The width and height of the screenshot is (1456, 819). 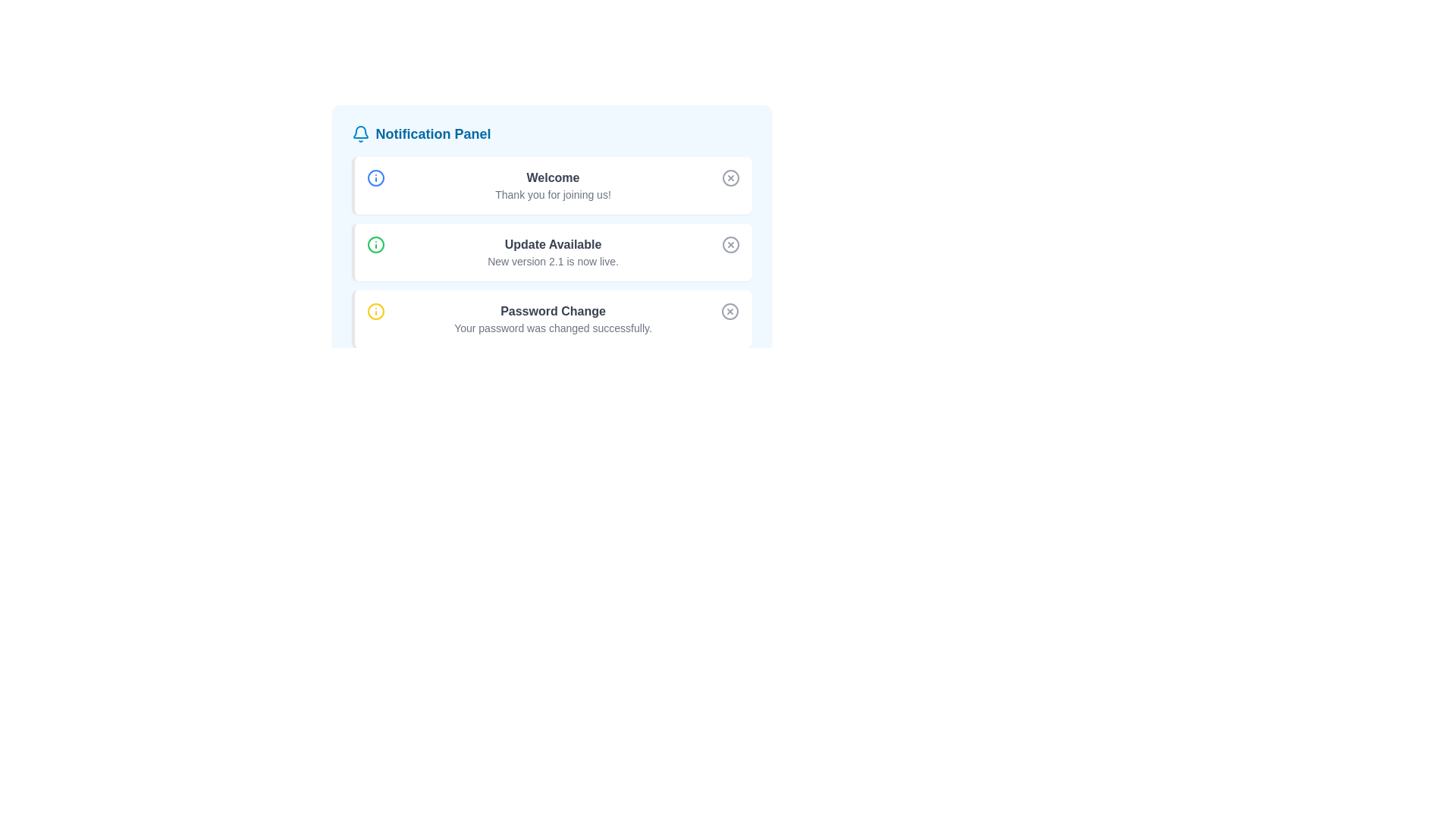 I want to click on the notification box displaying 'Update Available' with the message 'New version 2.1 is now live', so click(x=551, y=236).